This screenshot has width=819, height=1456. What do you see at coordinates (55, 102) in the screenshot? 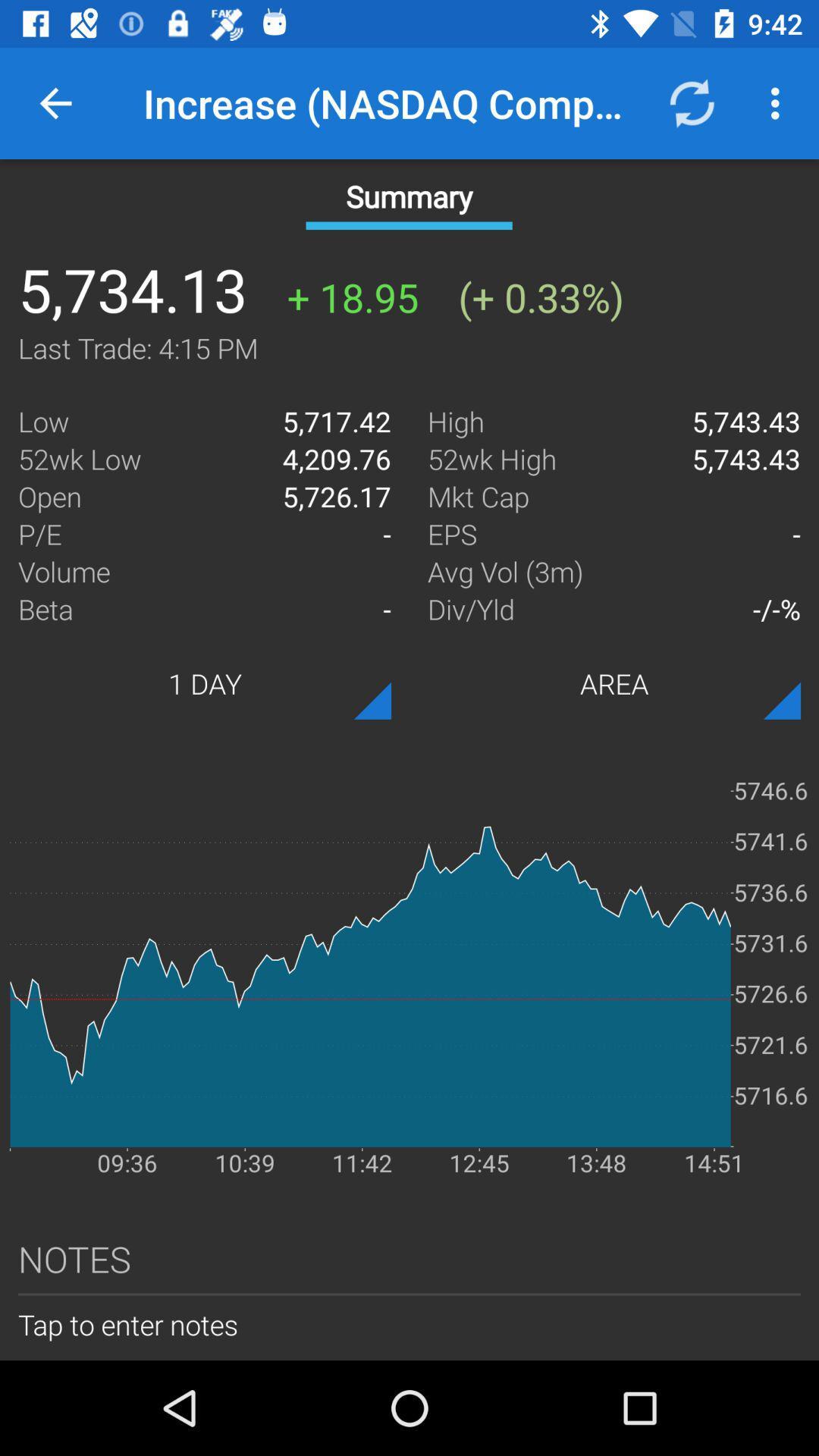
I see `item next to increase (nasdaq composite) icon` at bounding box center [55, 102].